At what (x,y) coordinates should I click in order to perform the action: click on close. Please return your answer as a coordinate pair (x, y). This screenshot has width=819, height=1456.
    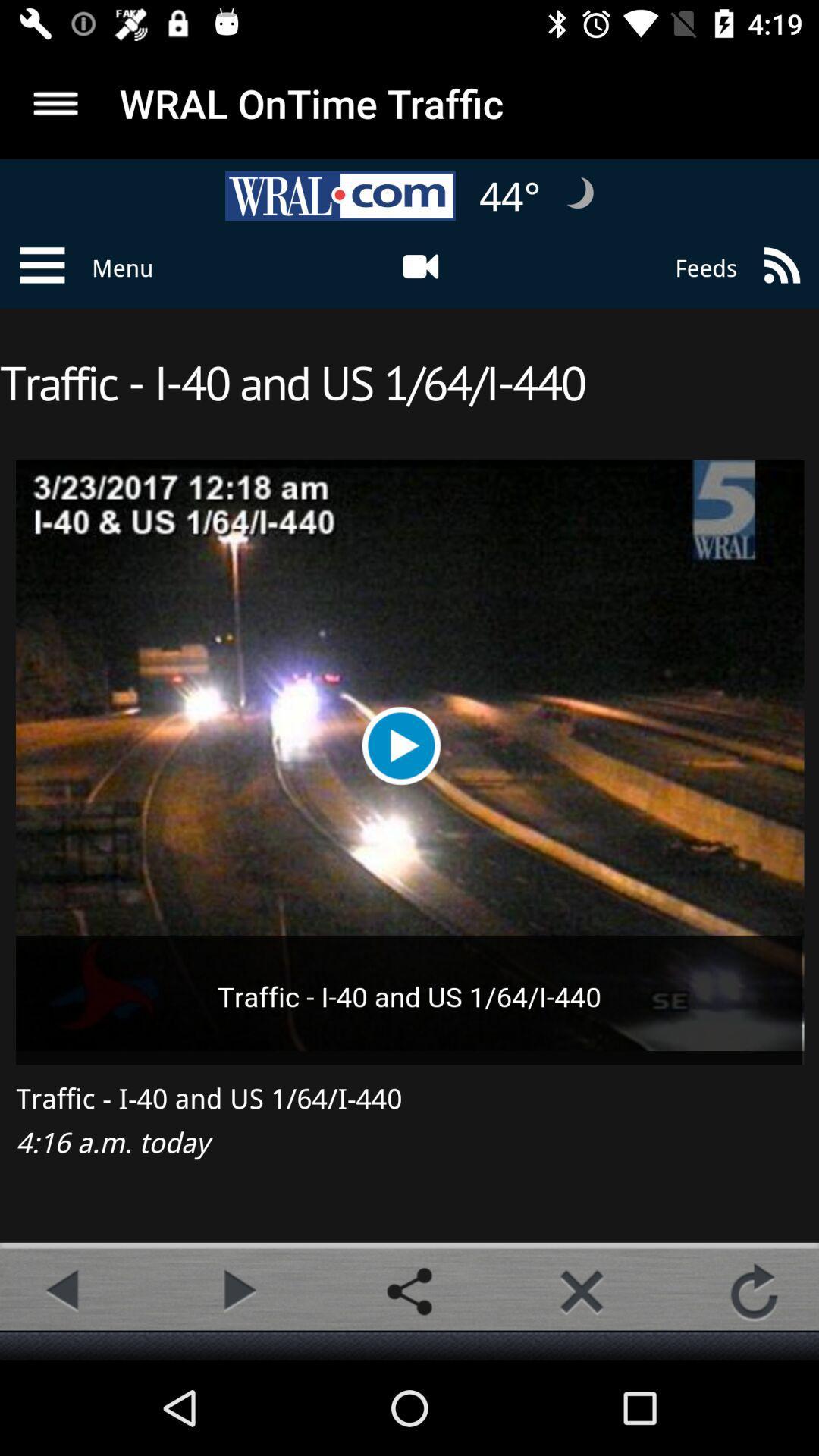
    Looking at the image, I should click on (581, 1291).